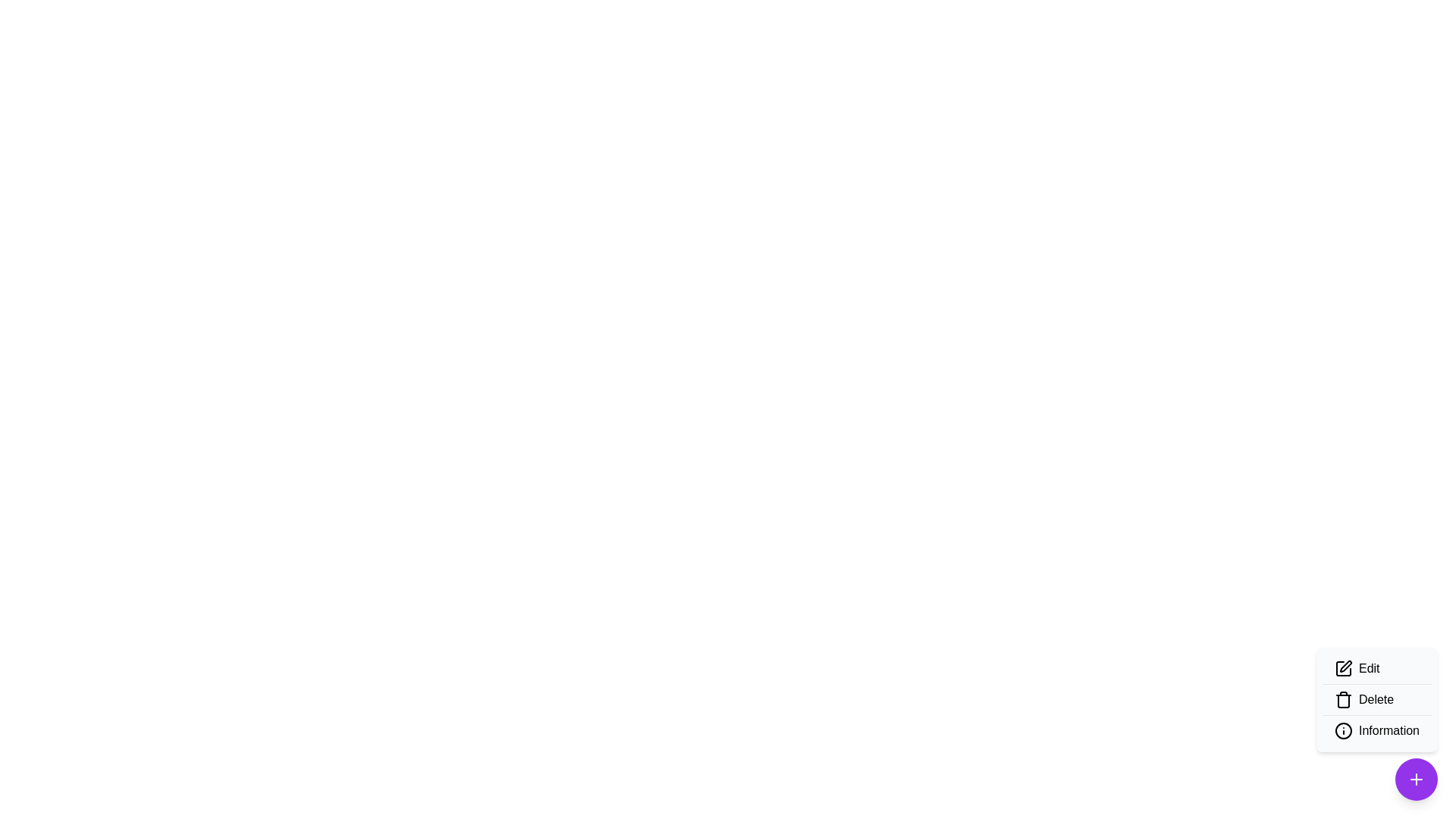 The image size is (1456, 819). Describe the element at coordinates (1343, 730) in the screenshot. I see `the circular icon button resembling an information symbol` at that location.